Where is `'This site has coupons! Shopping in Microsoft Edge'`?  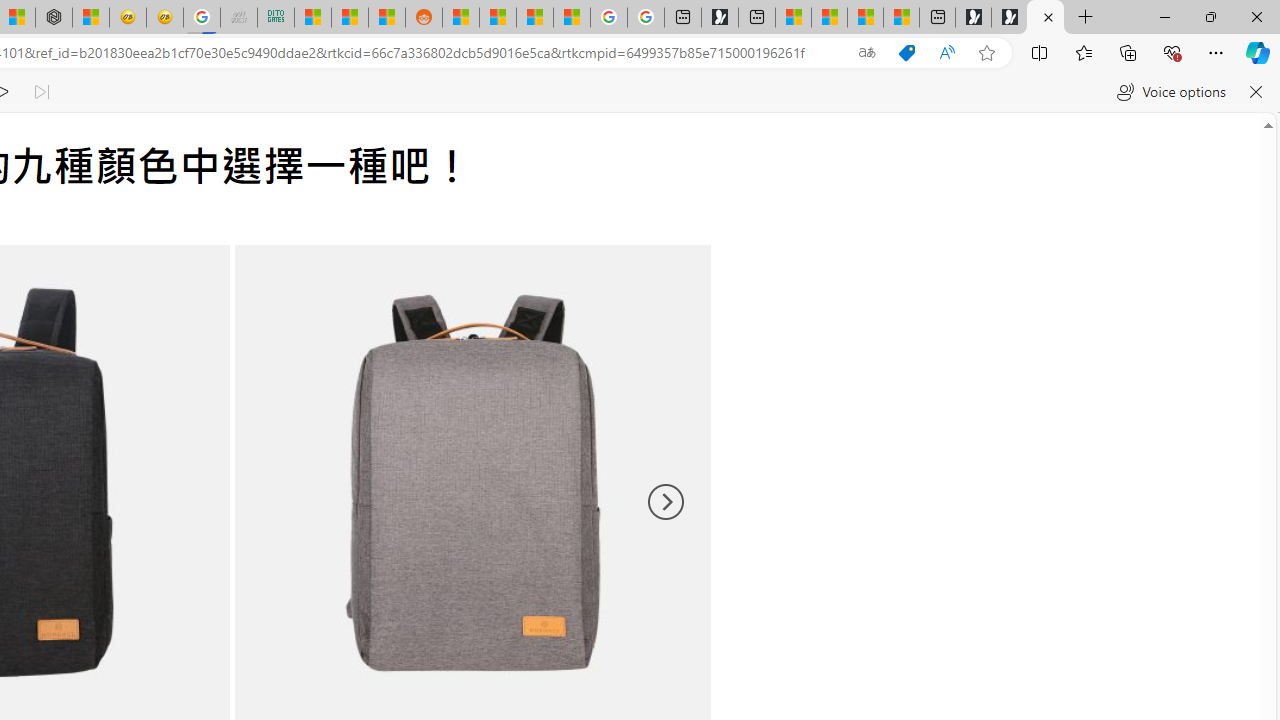
'This site has coupons! Shopping in Microsoft Edge' is located at coordinates (905, 52).